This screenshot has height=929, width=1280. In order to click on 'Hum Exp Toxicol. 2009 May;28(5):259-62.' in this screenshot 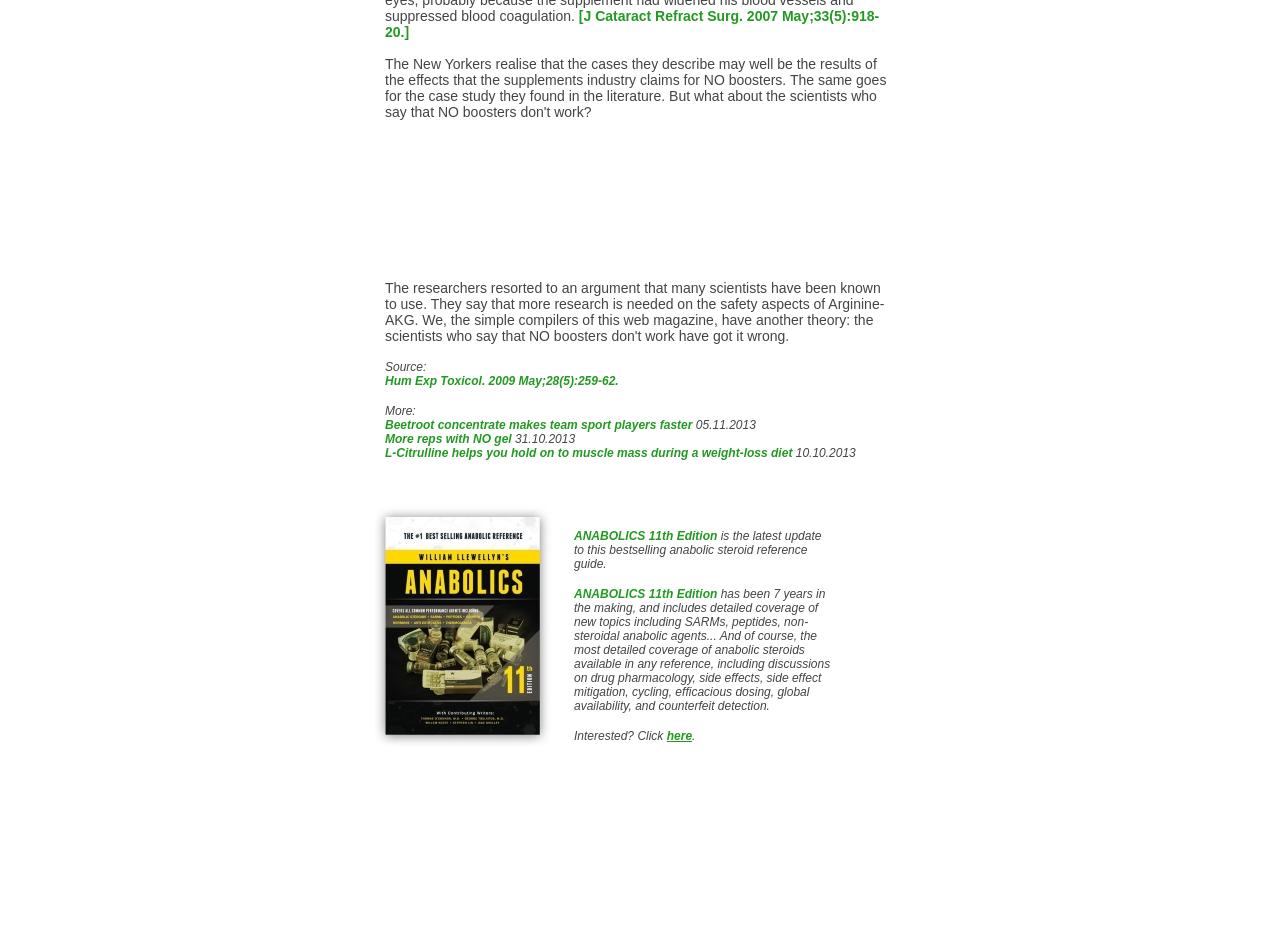, I will do `click(501, 379)`.